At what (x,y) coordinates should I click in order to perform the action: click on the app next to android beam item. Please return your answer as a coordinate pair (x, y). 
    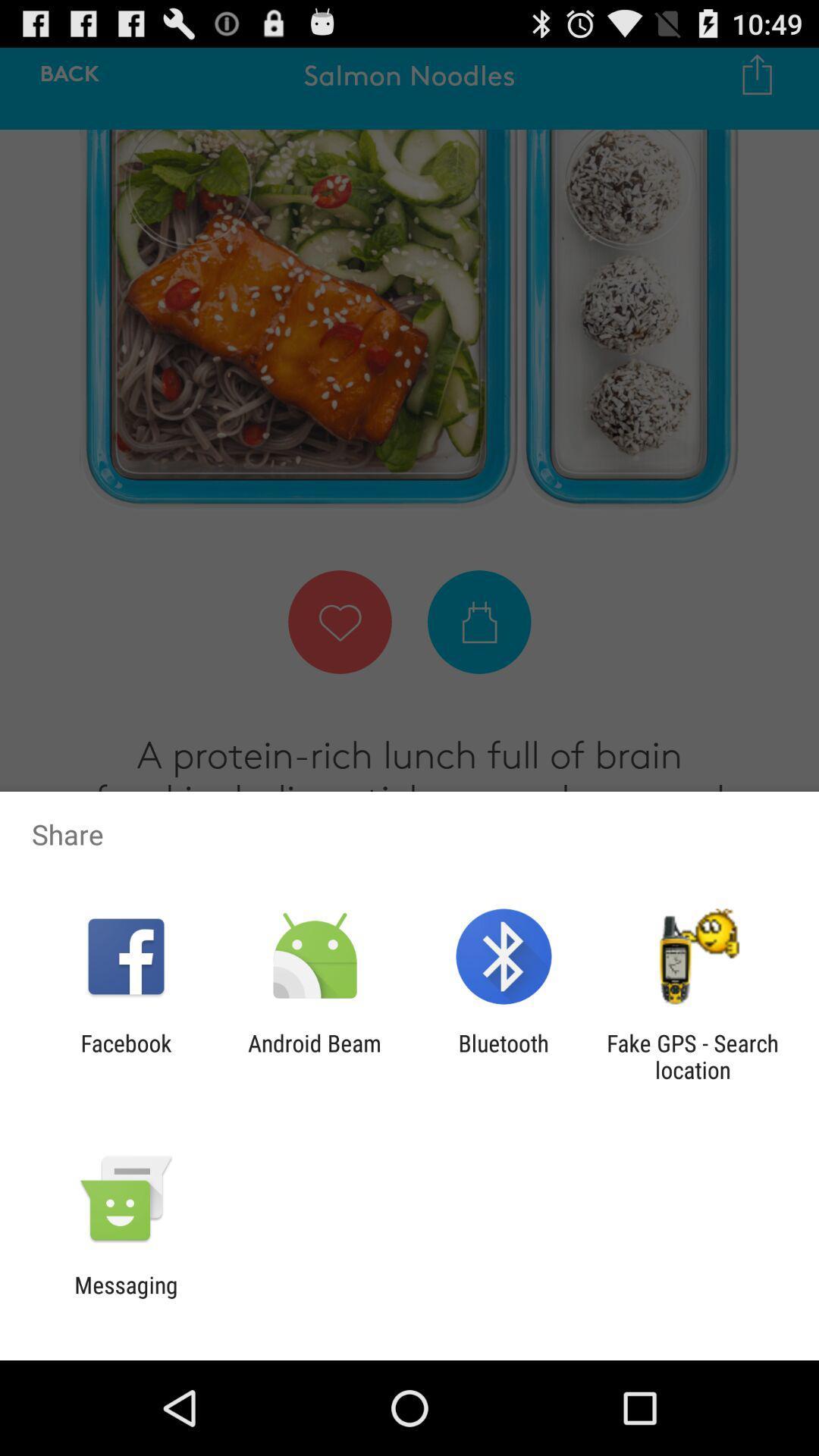
    Looking at the image, I should click on (125, 1056).